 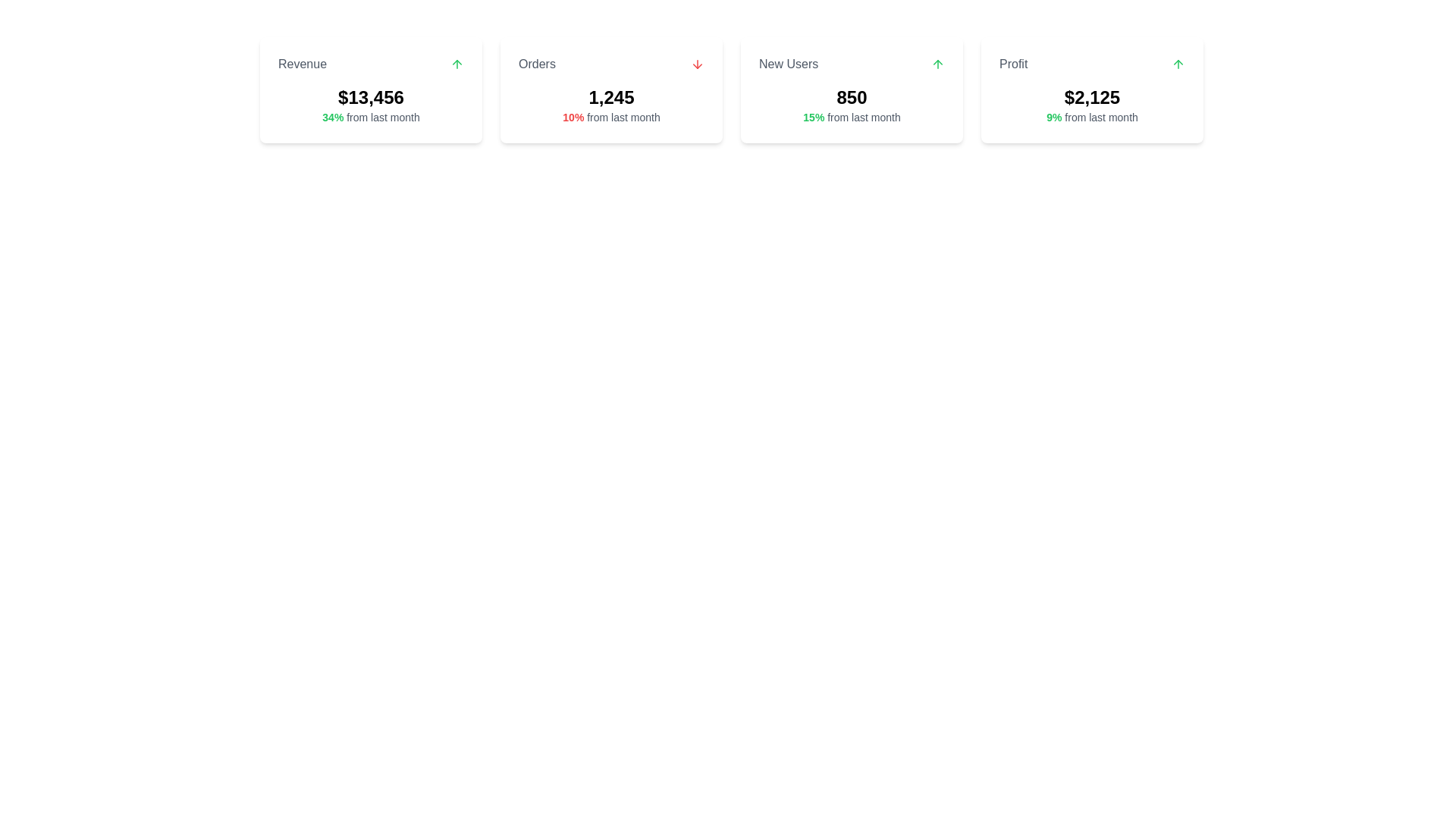 I want to click on the text label displaying '9% from last month' which is styled in green and bold, located within the 'Profit' card, directly below the '$2,125' text, so click(x=1092, y=116).